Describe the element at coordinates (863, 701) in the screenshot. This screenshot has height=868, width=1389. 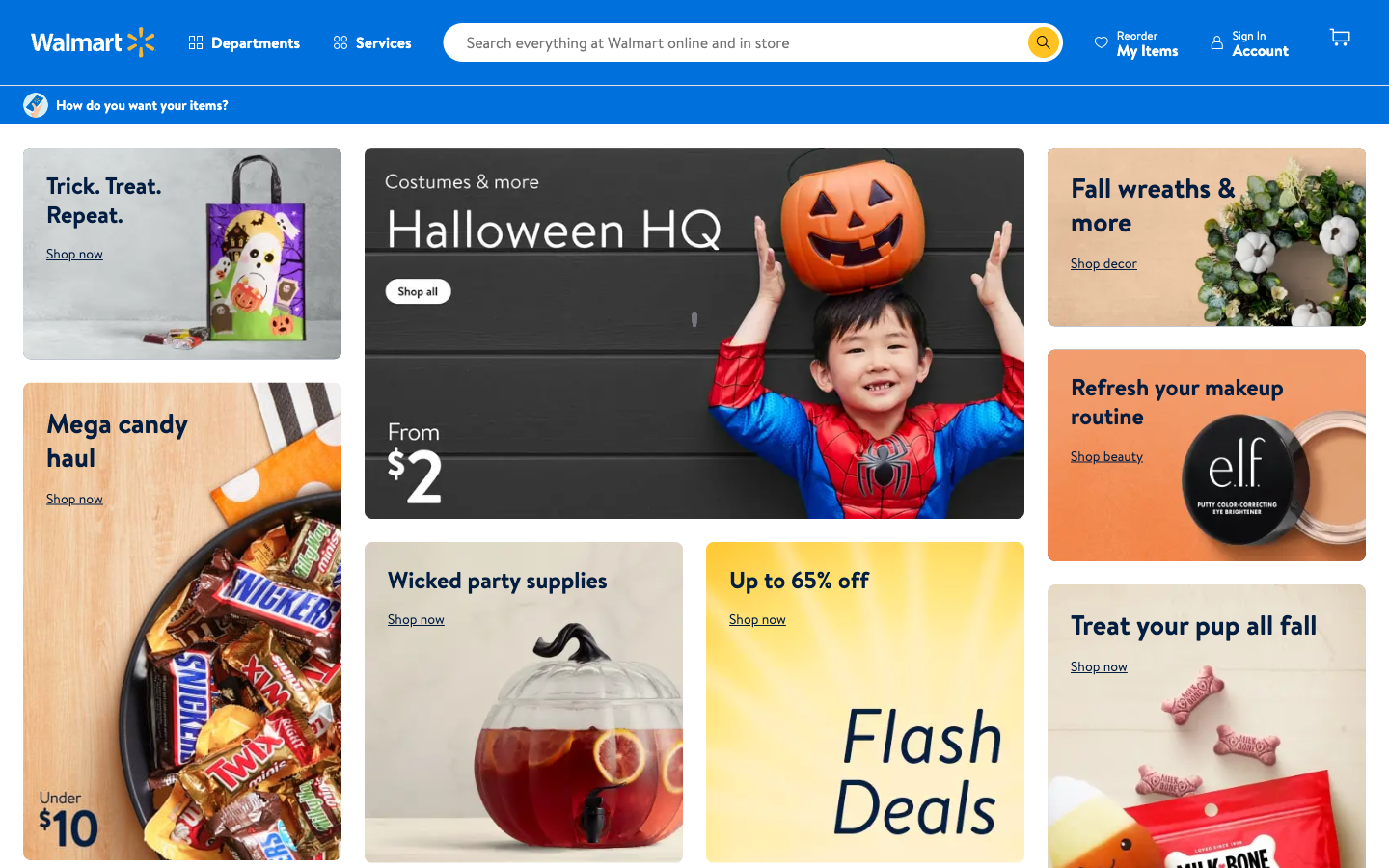
I see `the Flash Deals section` at that location.